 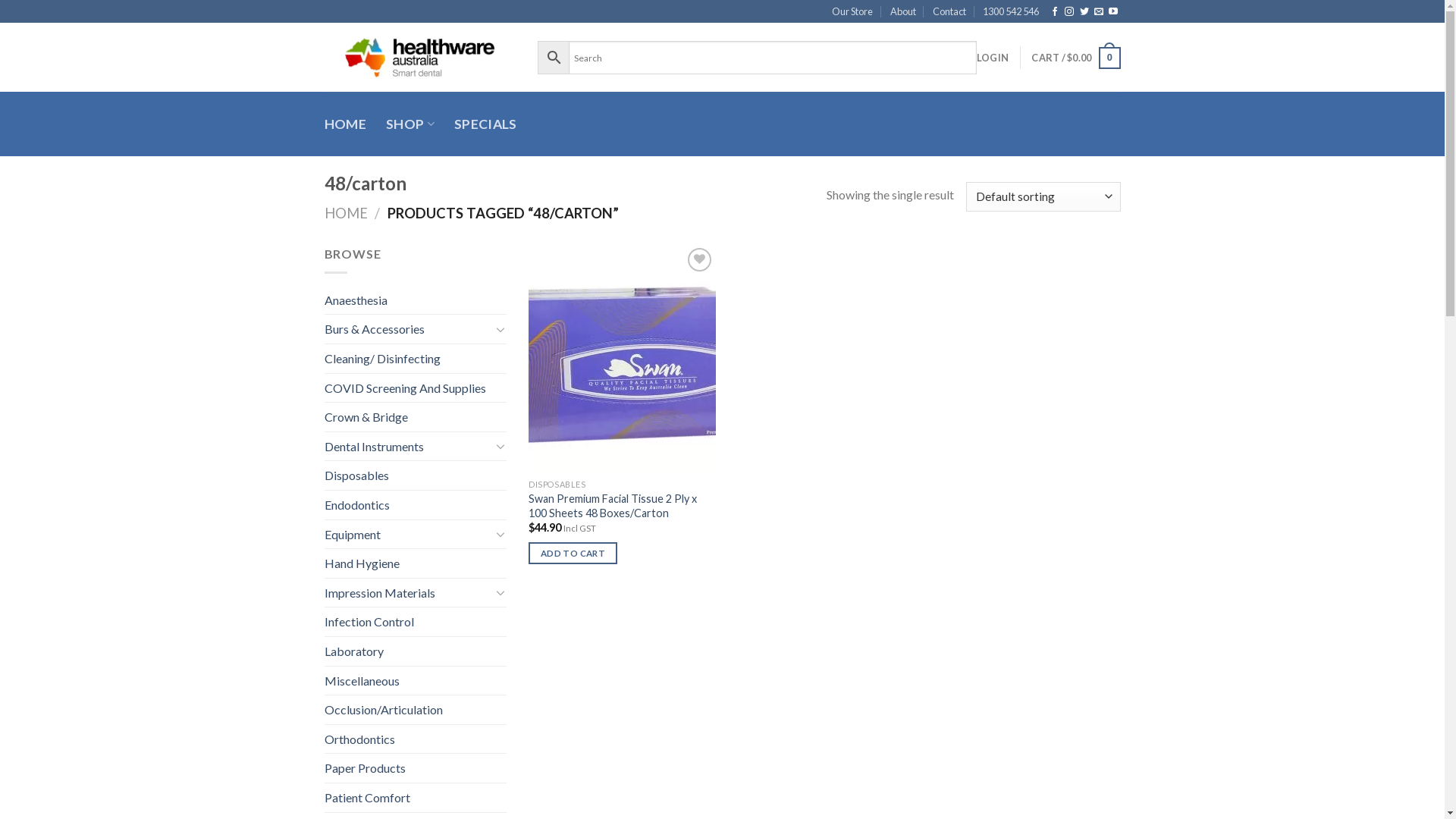 What do you see at coordinates (415, 563) in the screenshot?
I see `'Hand Hygiene'` at bounding box center [415, 563].